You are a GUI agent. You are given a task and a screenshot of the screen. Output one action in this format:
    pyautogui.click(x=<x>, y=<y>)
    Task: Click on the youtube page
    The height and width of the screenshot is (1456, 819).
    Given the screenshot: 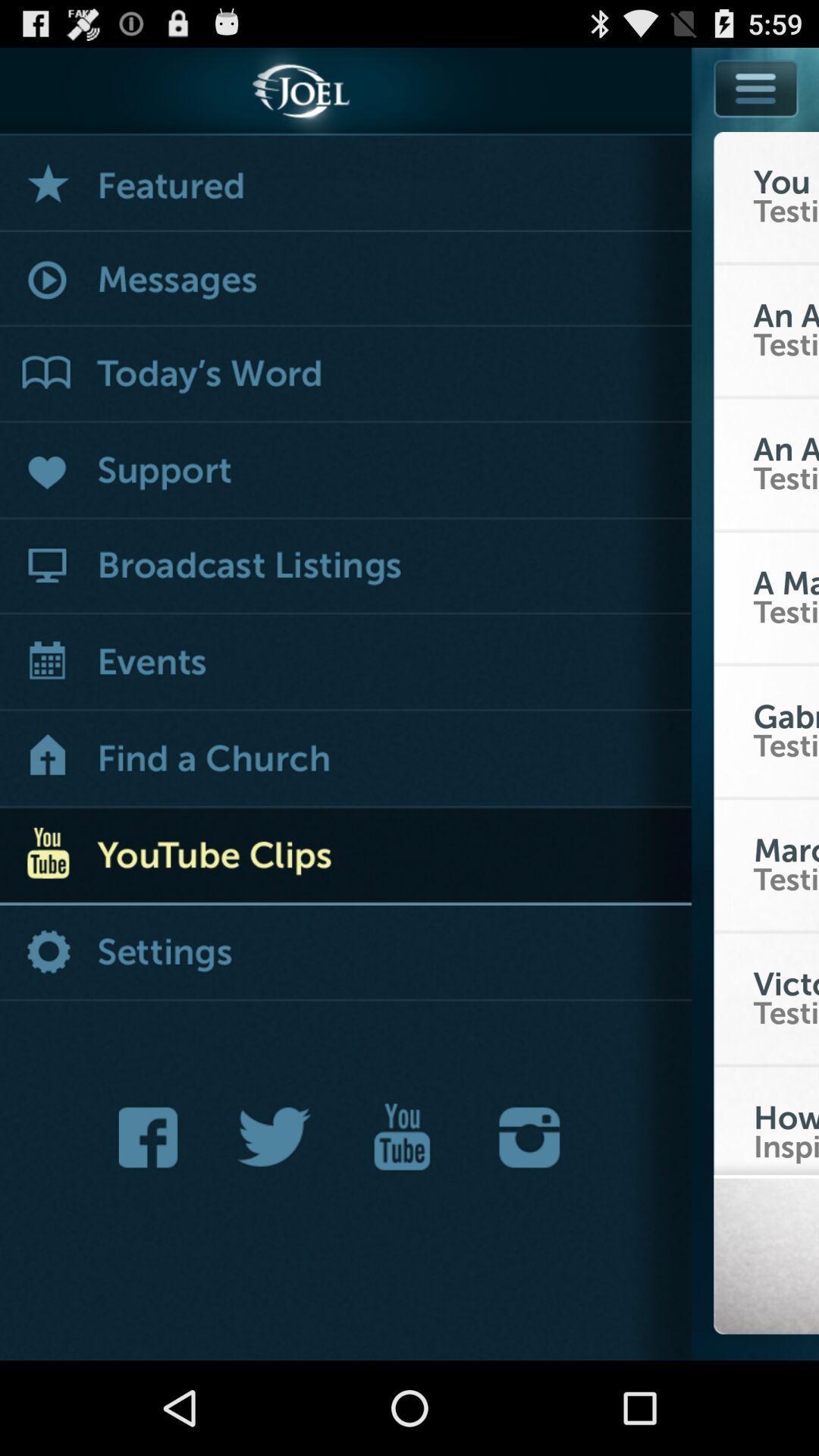 What is the action you would take?
    pyautogui.click(x=401, y=1137)
    